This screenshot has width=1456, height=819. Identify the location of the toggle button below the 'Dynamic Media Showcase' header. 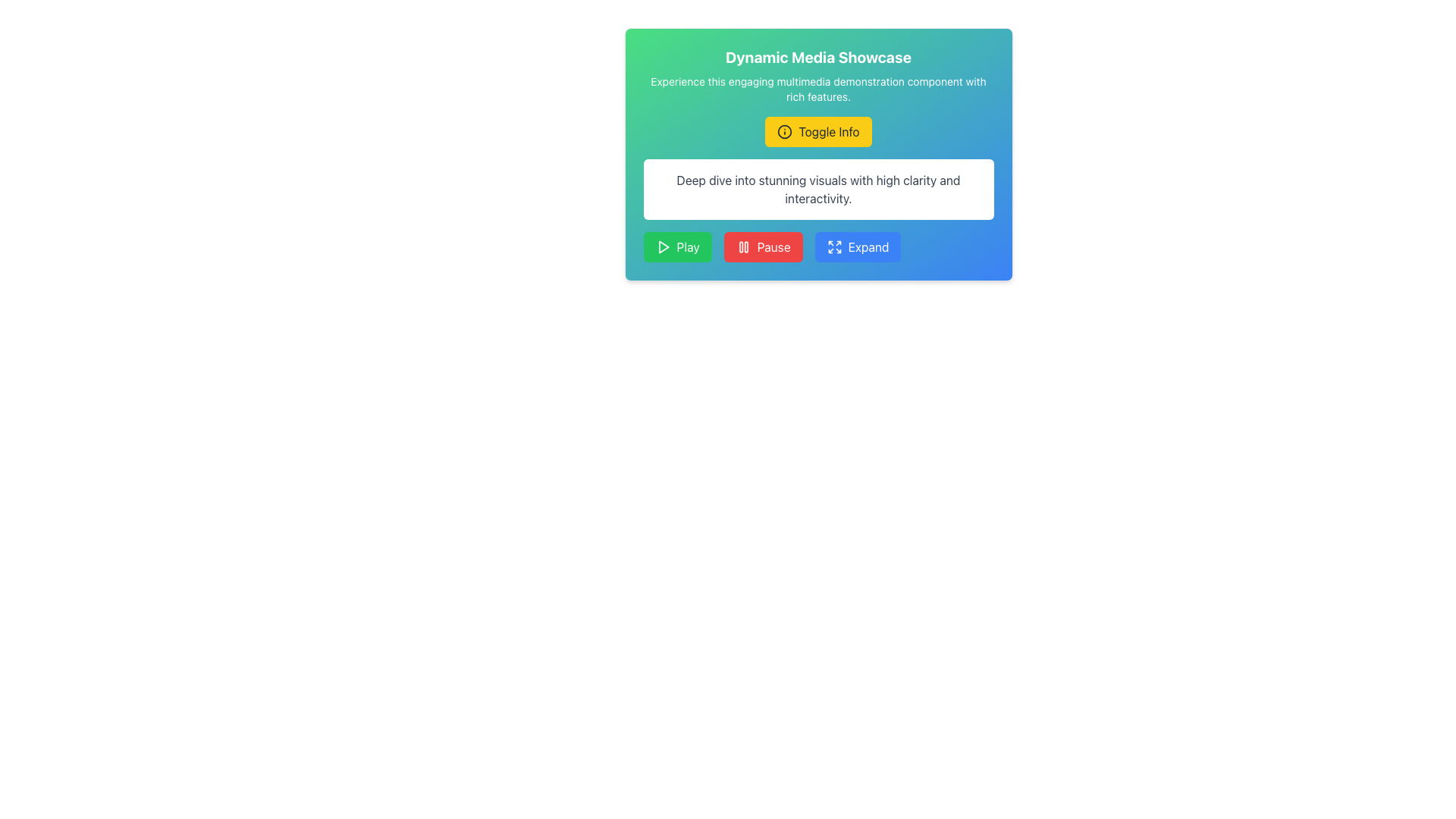
(817, 130).